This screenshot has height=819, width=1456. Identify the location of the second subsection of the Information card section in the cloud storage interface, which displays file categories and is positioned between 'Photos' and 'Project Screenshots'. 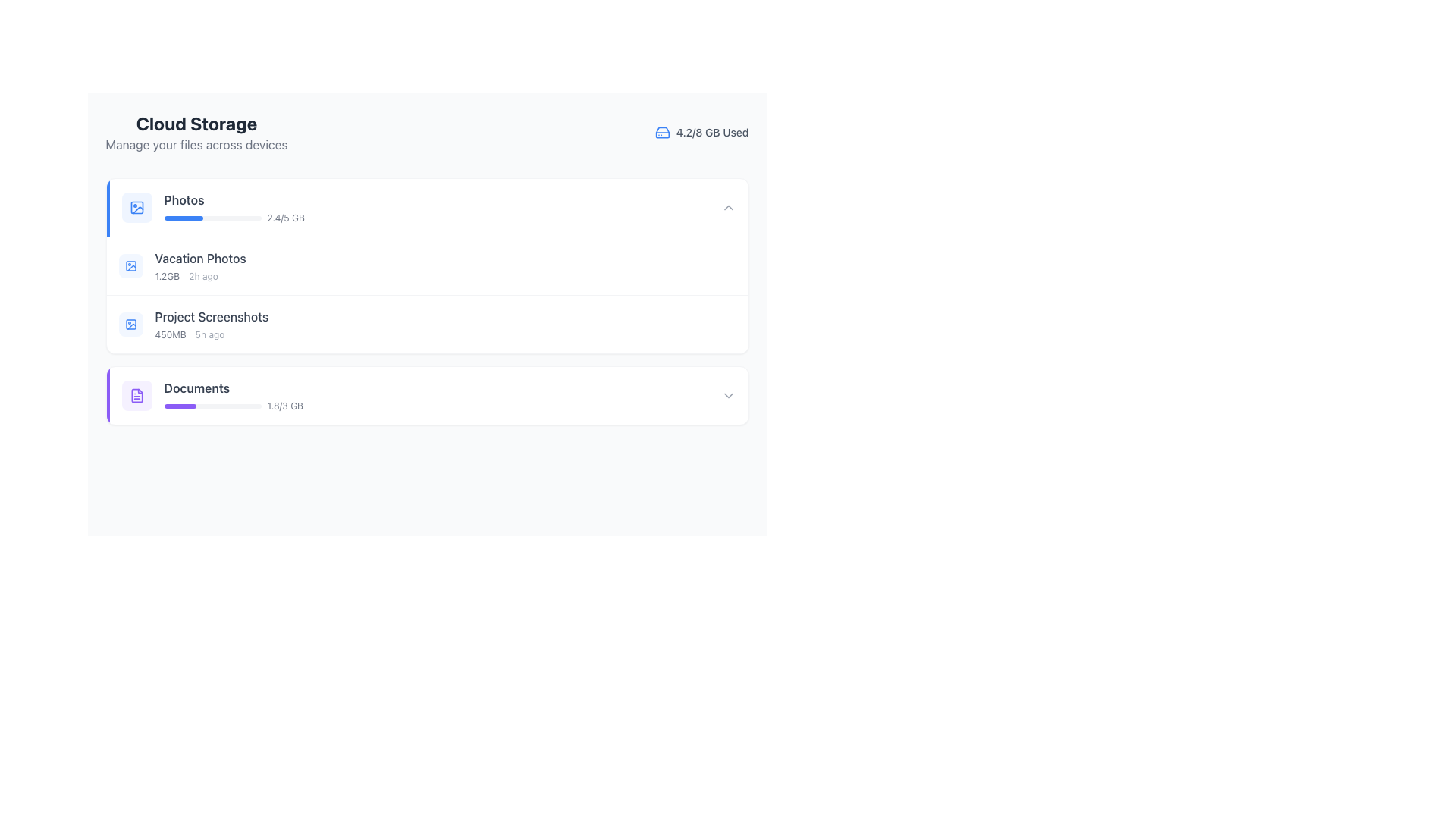
(426, 265).